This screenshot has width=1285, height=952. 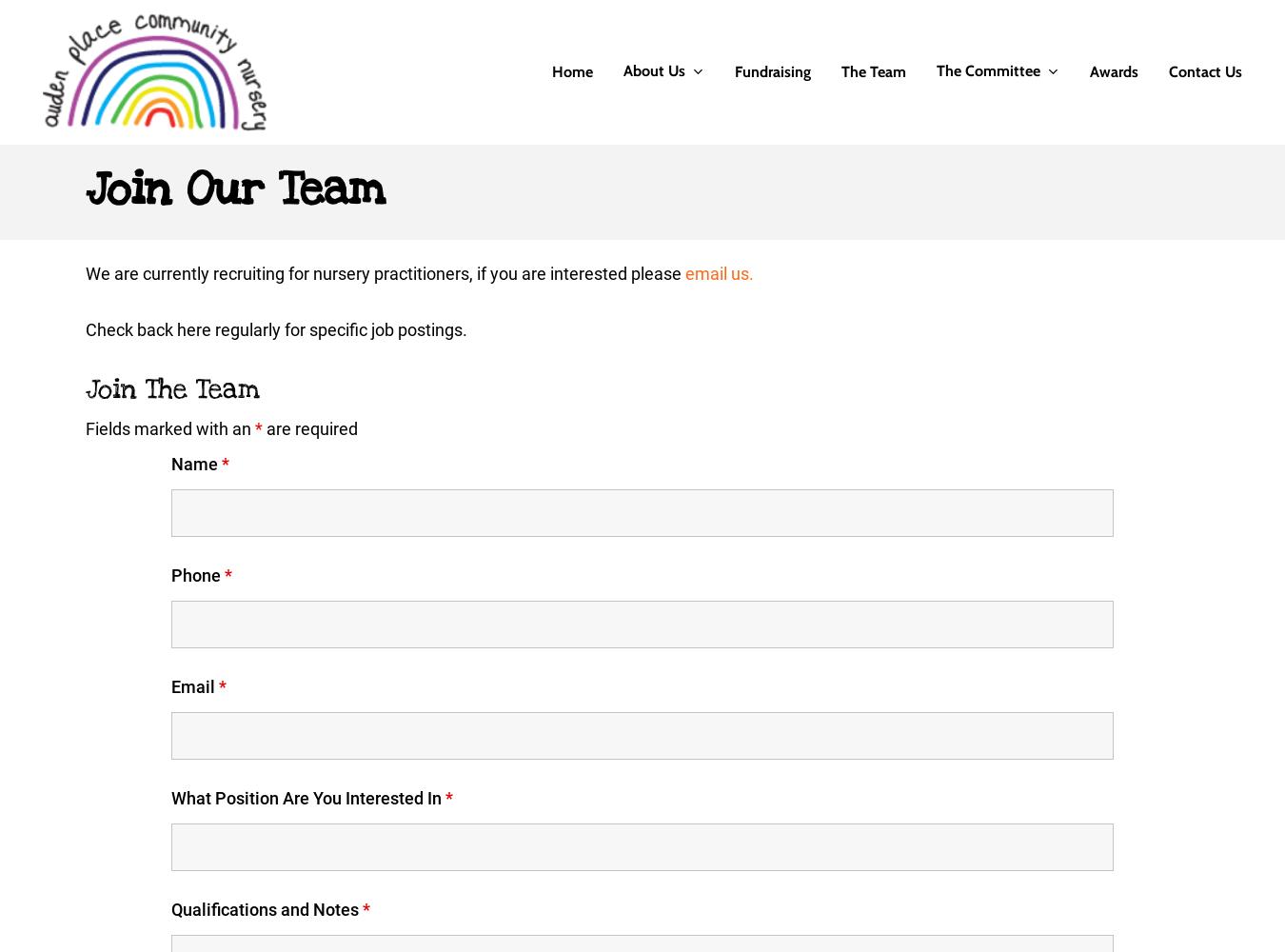 What do you see at coordinates (734, 70) in the screenshot?
I see `'Fundraising'` at bounding box center [734, 70].